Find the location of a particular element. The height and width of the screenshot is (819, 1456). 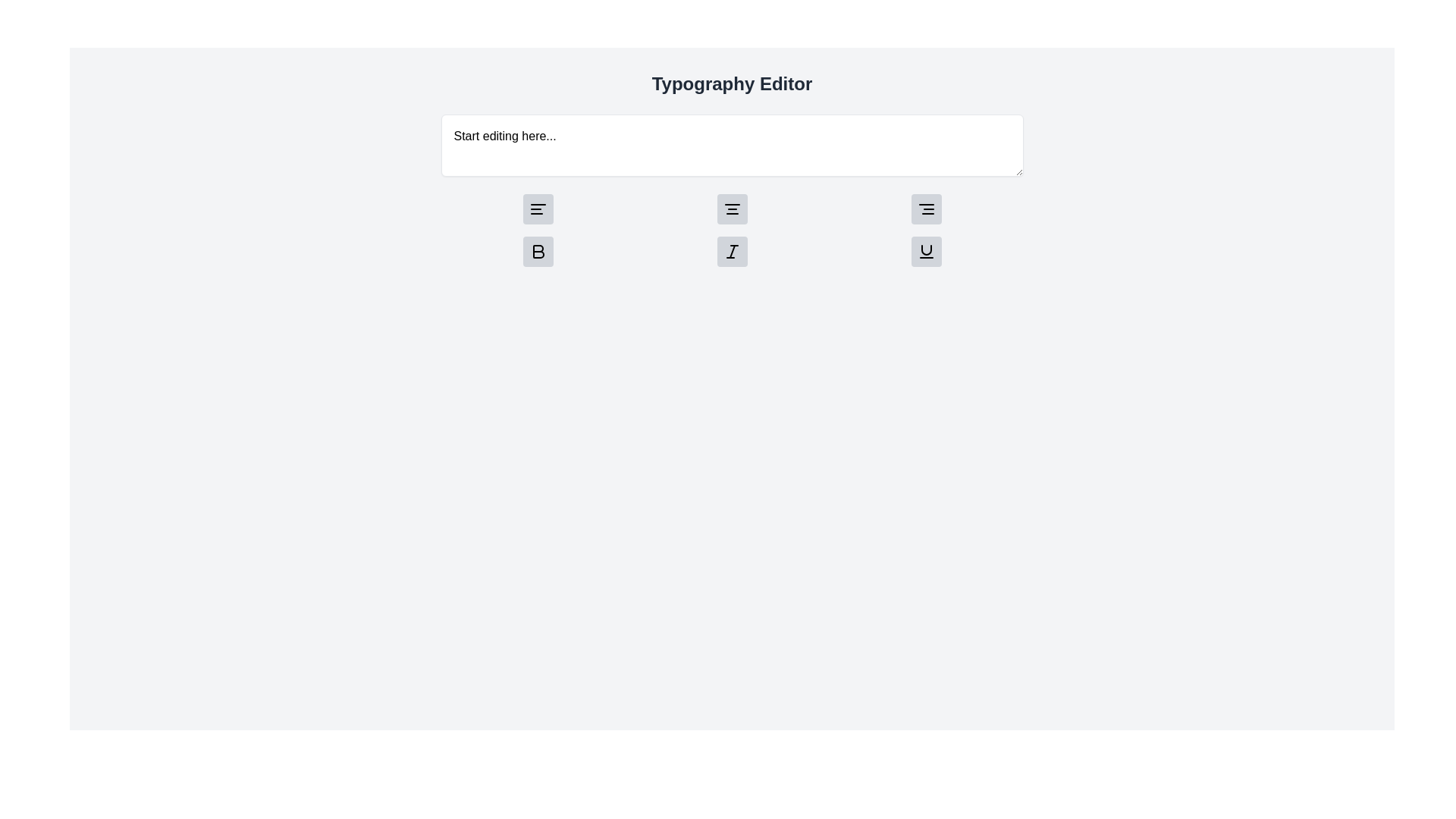

the button with a text alignment icon, which consists of three horizontal lines is located at coordinates (732, 209).